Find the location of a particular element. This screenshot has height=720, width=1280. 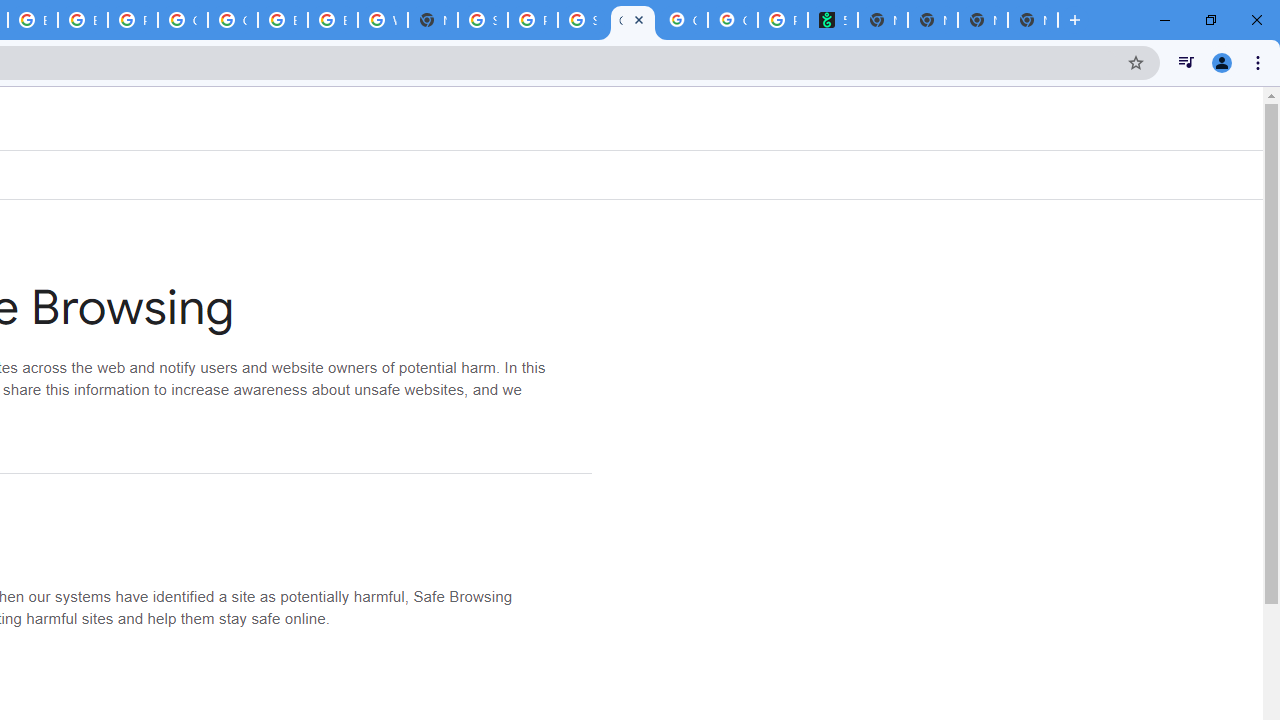

'Control your music, videos, and more' is located at coordinates (1185, 61).